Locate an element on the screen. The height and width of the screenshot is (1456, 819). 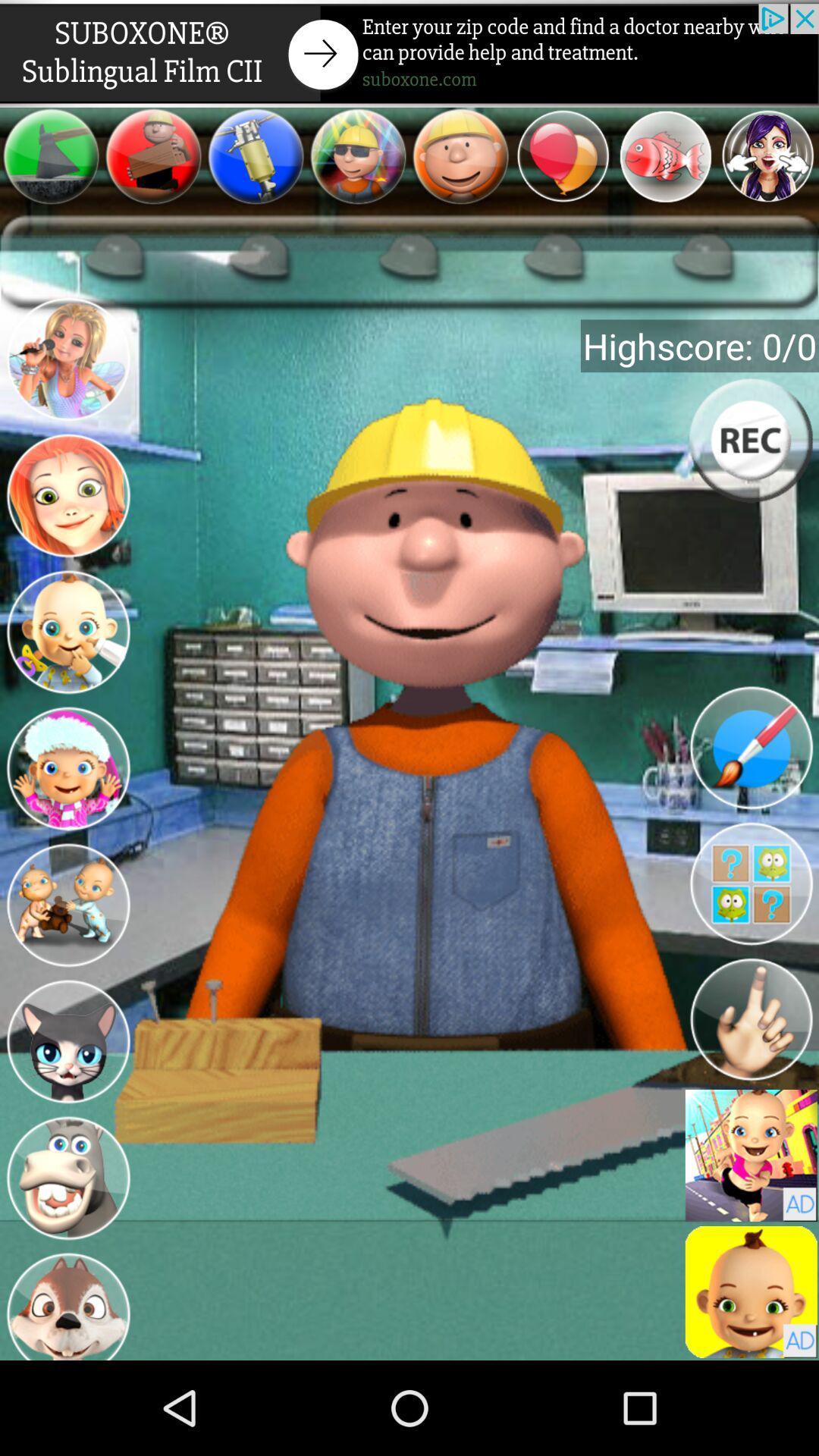
the avatar icon is located at coordinates (358, 167).